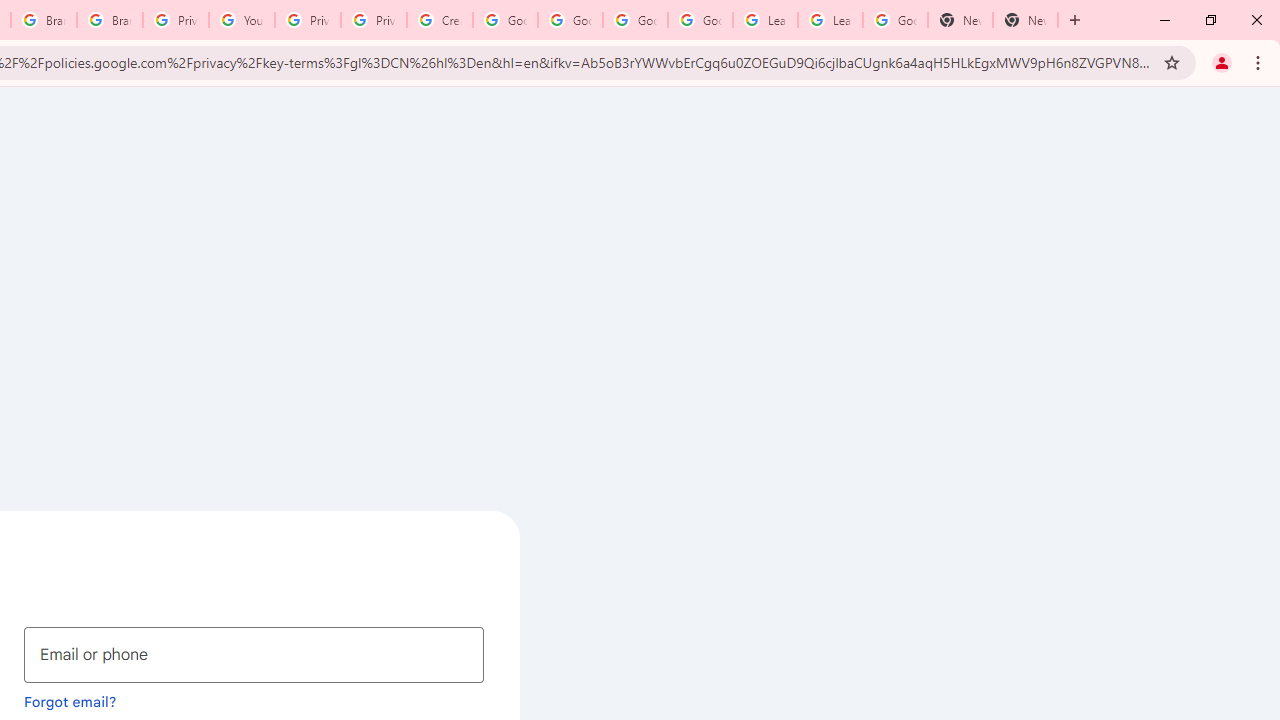  I want to click on 'Email or phone', so click(253, 654).